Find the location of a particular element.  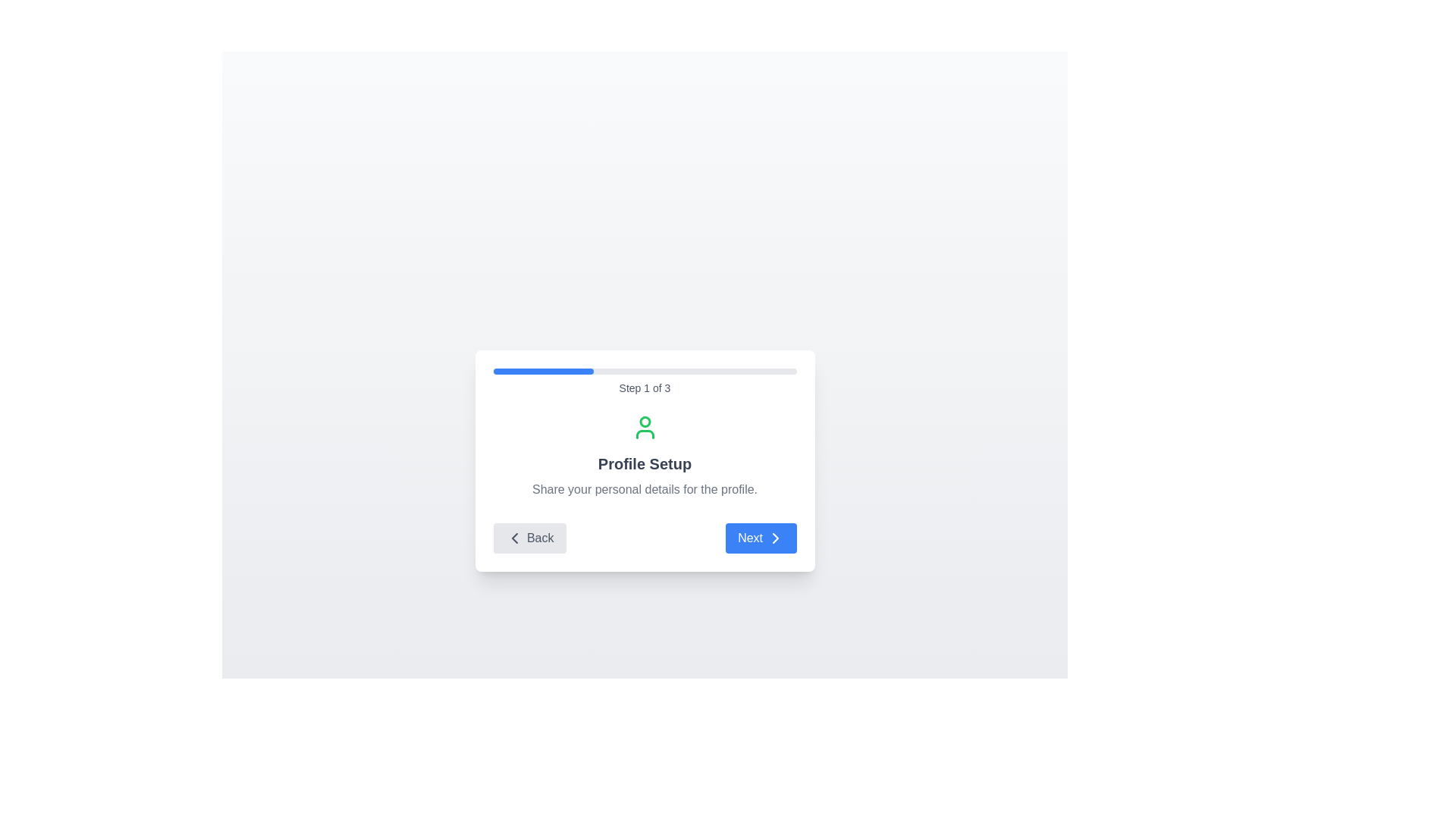

the right-facing chevron arrow icon on the blue background, located to the right of the 'Next' text on the button, to proceed to the next stage is located at coordinates (775, 538).